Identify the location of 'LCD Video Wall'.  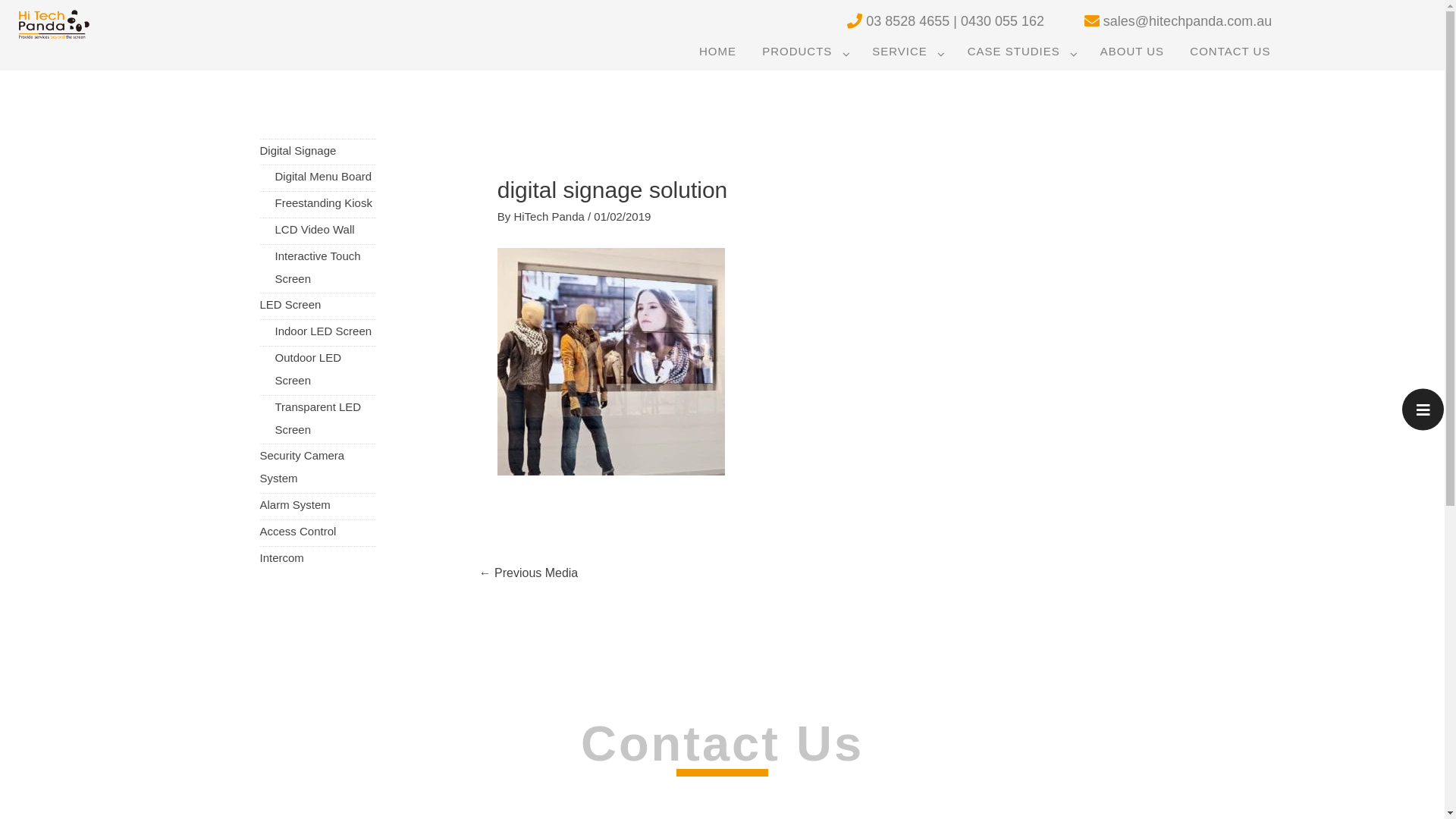
(313, 229).